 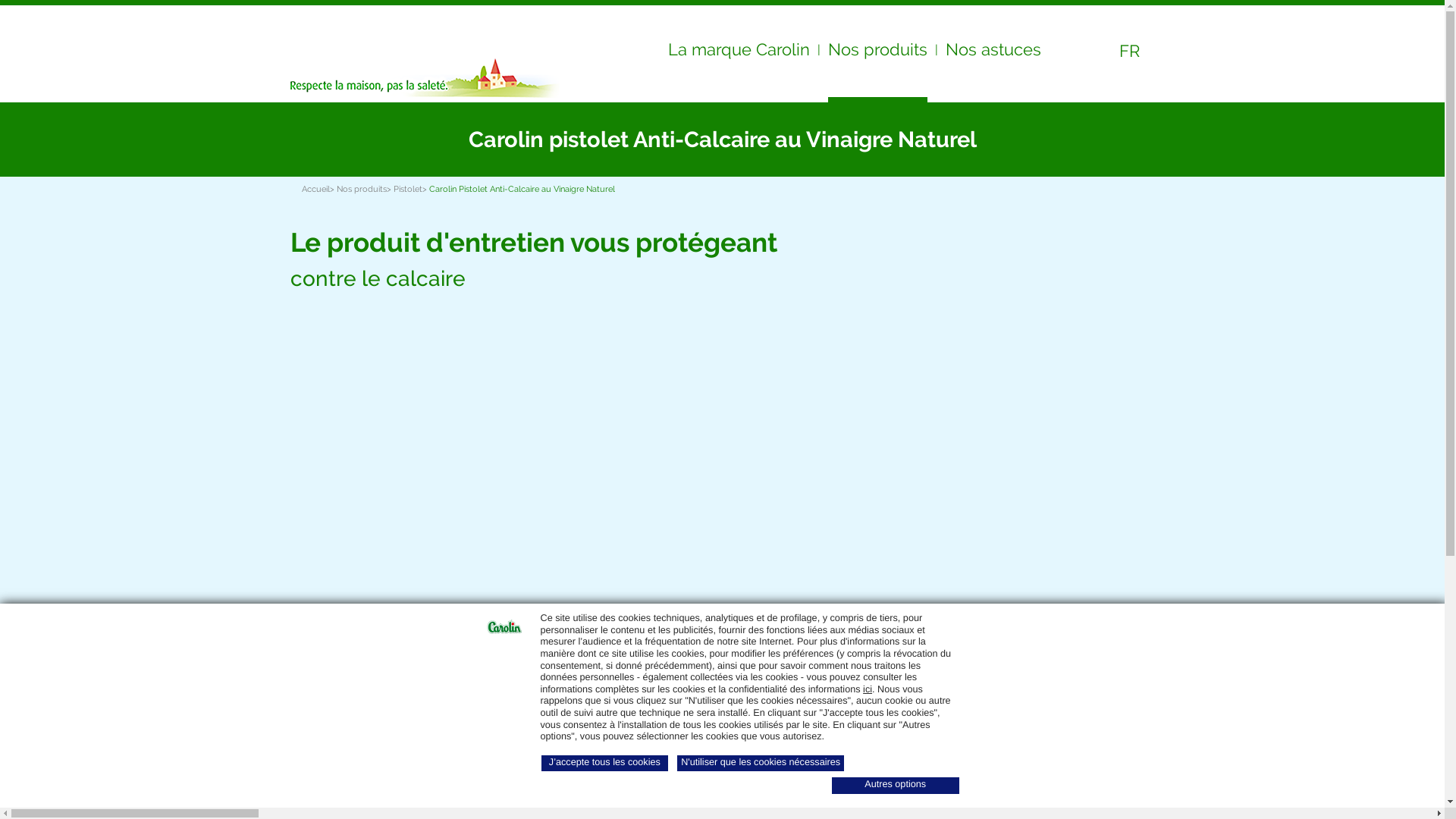 I want to click on 'Pistolet', so click(x=407, y=188).